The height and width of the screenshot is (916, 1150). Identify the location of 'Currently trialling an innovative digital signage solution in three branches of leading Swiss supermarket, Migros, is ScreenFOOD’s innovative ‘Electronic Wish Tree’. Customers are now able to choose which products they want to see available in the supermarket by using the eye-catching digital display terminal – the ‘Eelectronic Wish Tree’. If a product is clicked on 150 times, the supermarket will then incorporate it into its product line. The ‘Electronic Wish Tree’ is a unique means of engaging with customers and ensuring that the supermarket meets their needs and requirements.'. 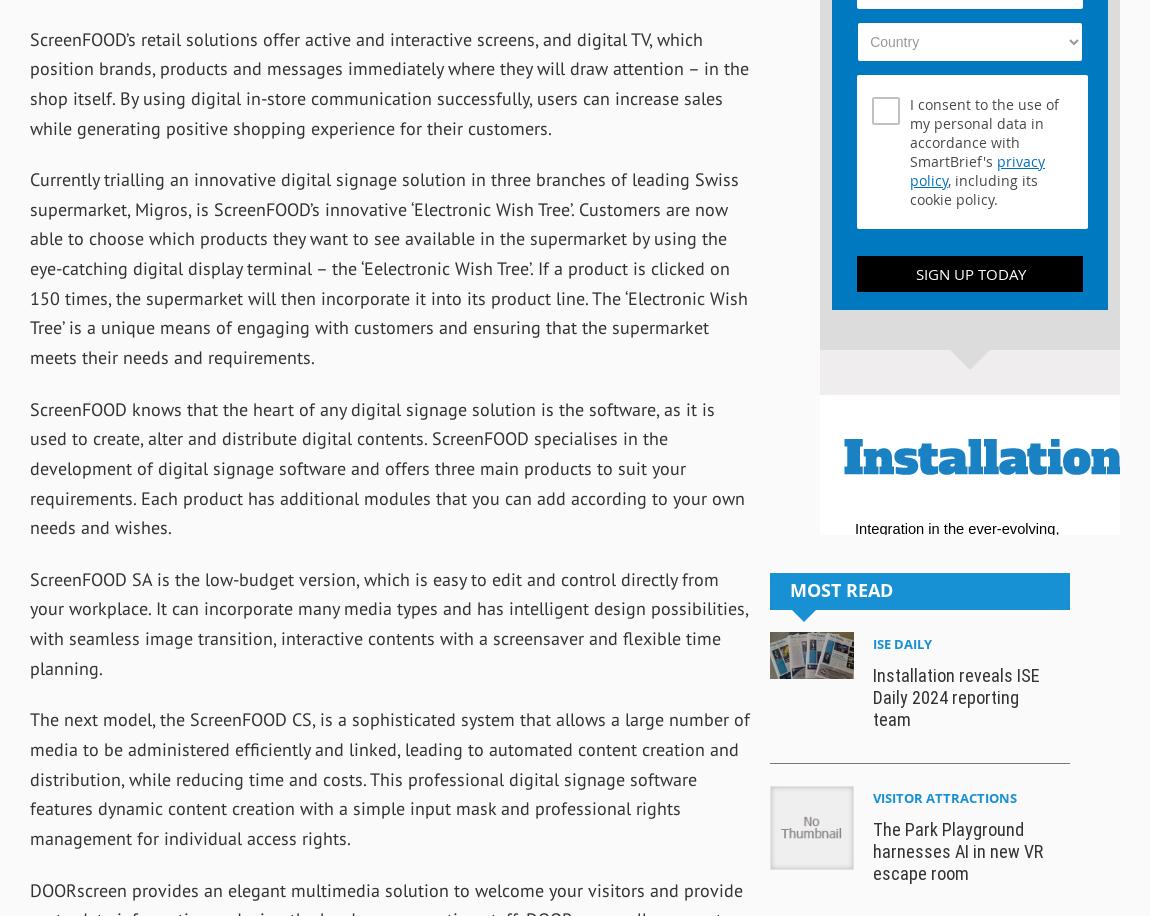
(388, 268).